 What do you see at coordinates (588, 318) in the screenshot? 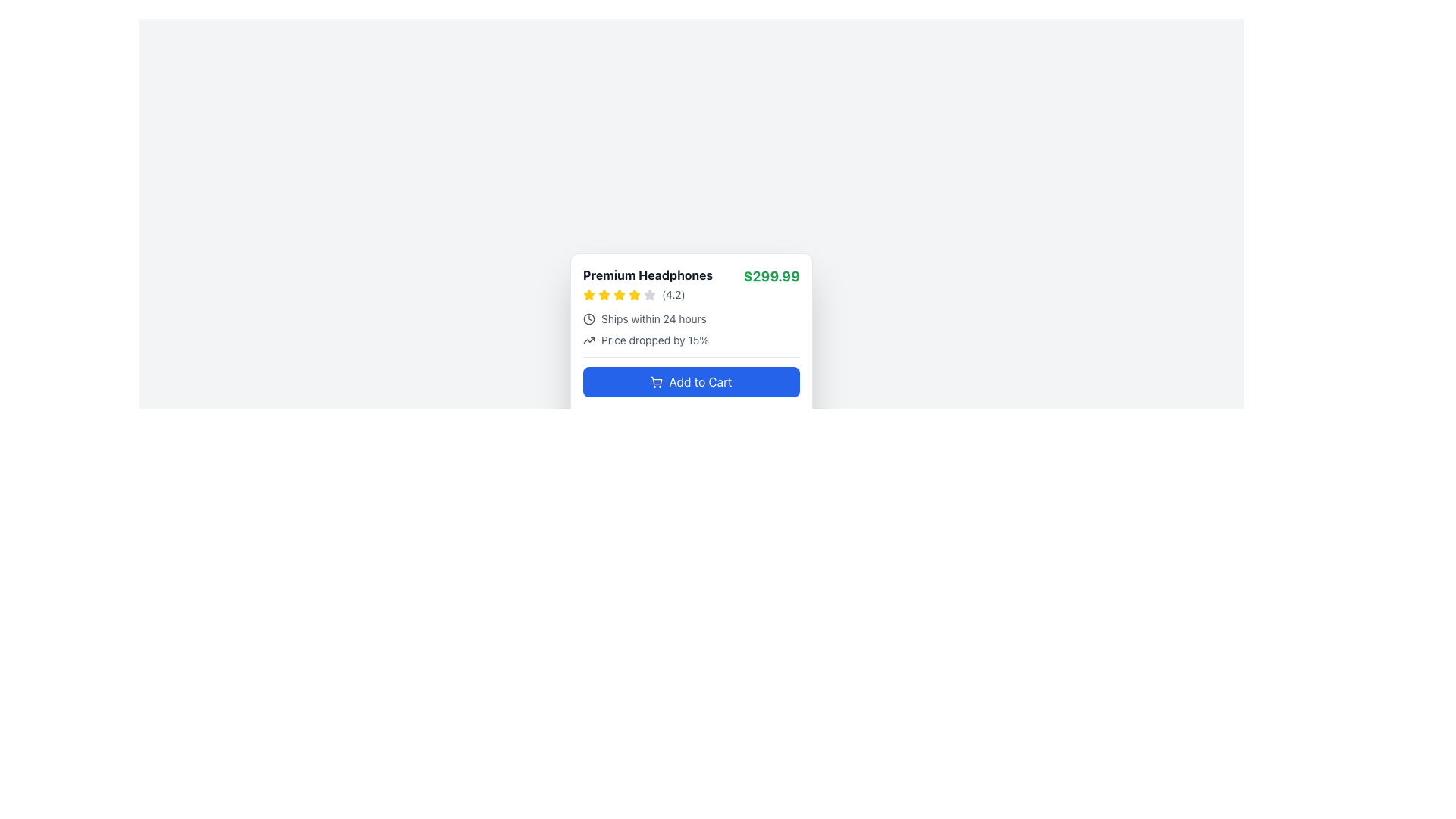
I see `the circular outline of the clock icon, which serves as its outer border` at bounding box center [588, 318].